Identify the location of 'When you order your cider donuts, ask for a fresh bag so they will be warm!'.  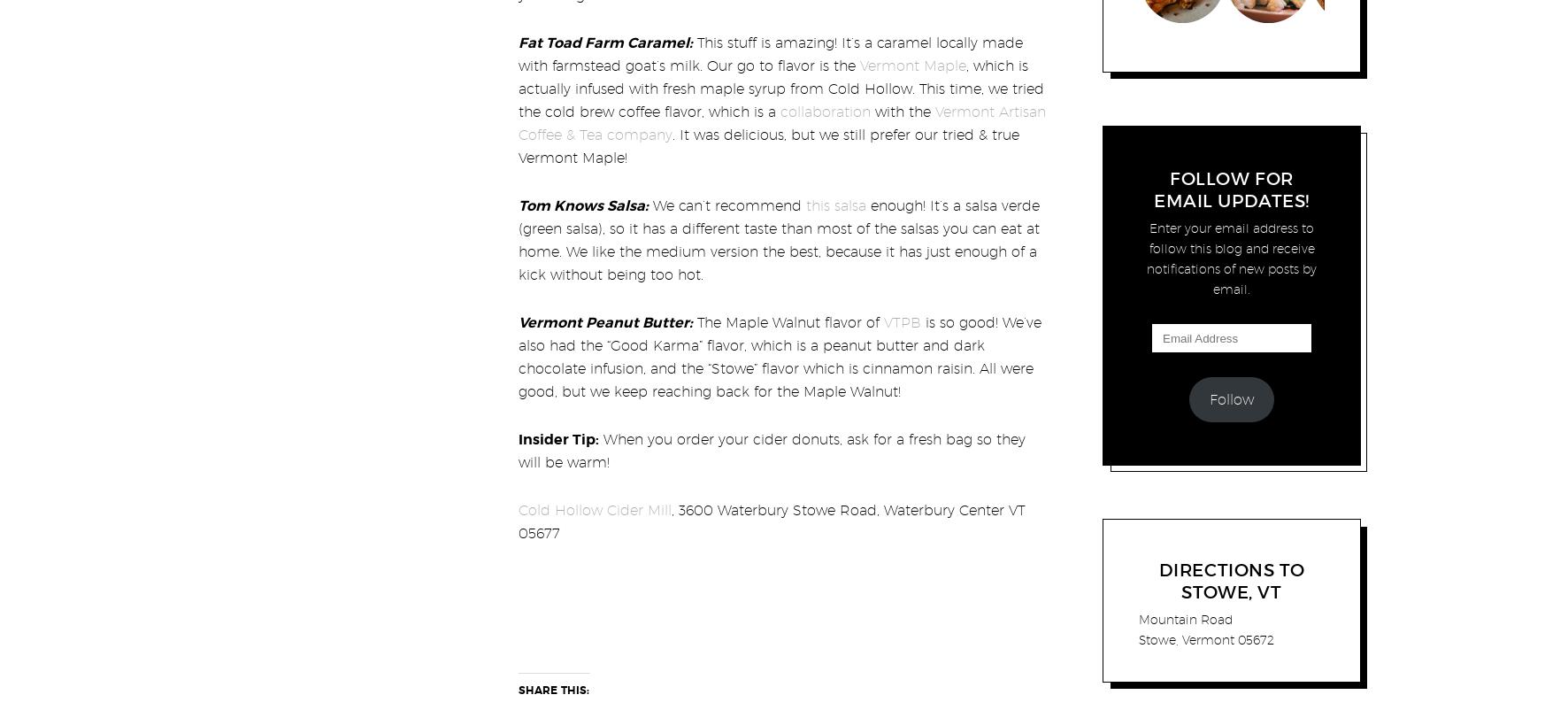
(772, 450).